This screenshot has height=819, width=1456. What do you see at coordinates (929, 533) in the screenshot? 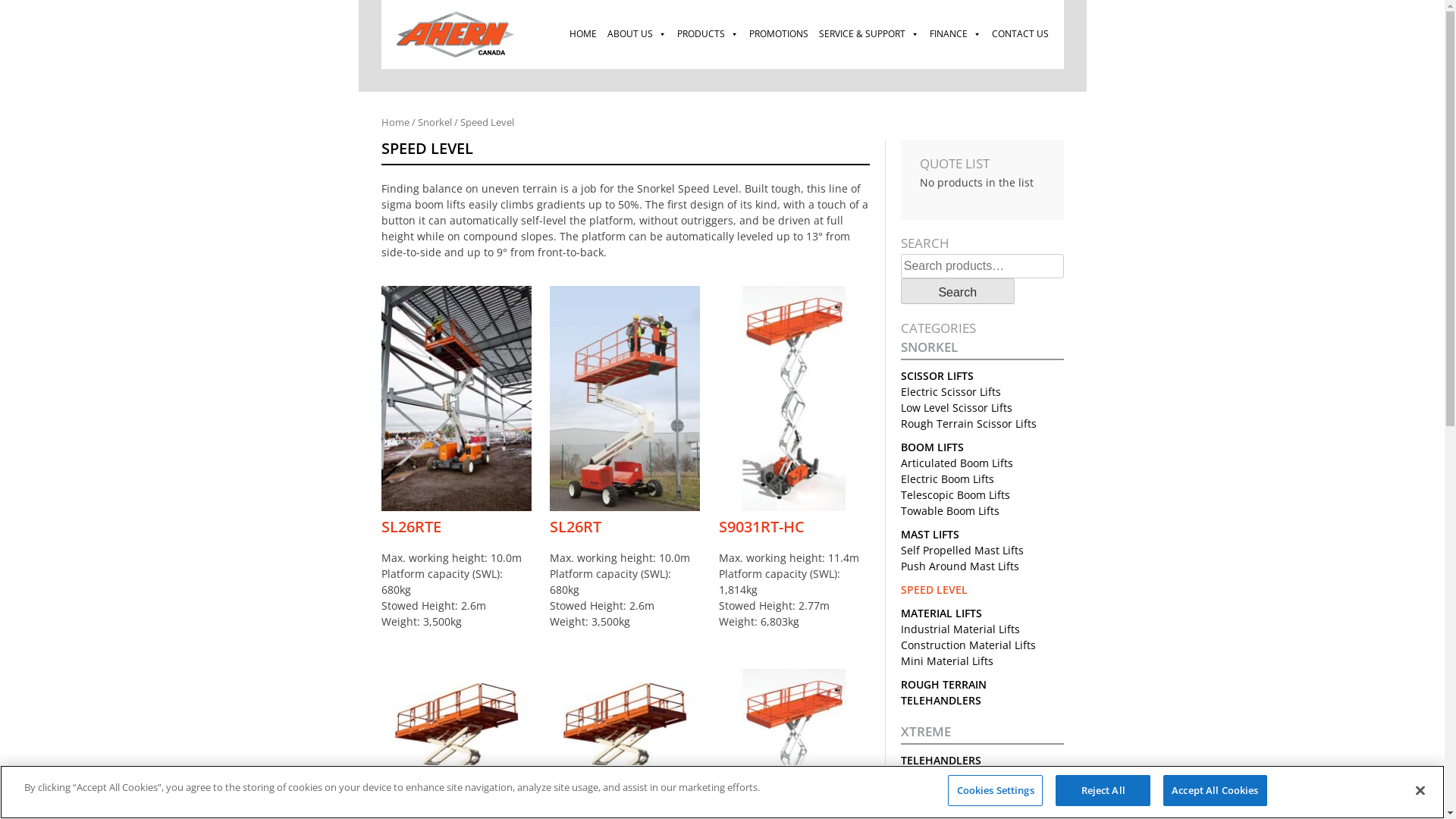
I see `'MAST LIFTS'` at bounding box center [929, 533].